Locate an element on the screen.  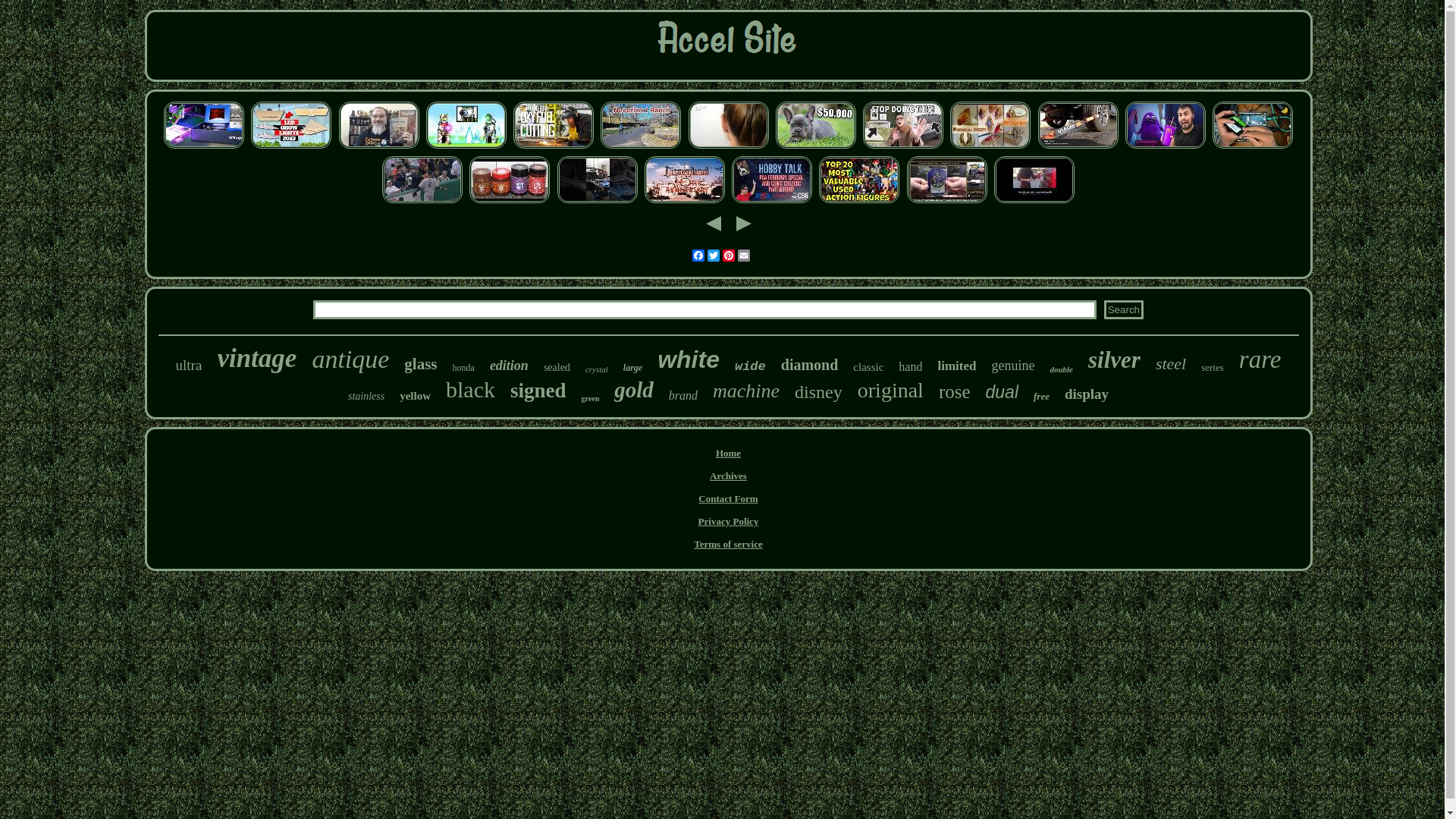
'silver' is located at coordinates (1114, 359).